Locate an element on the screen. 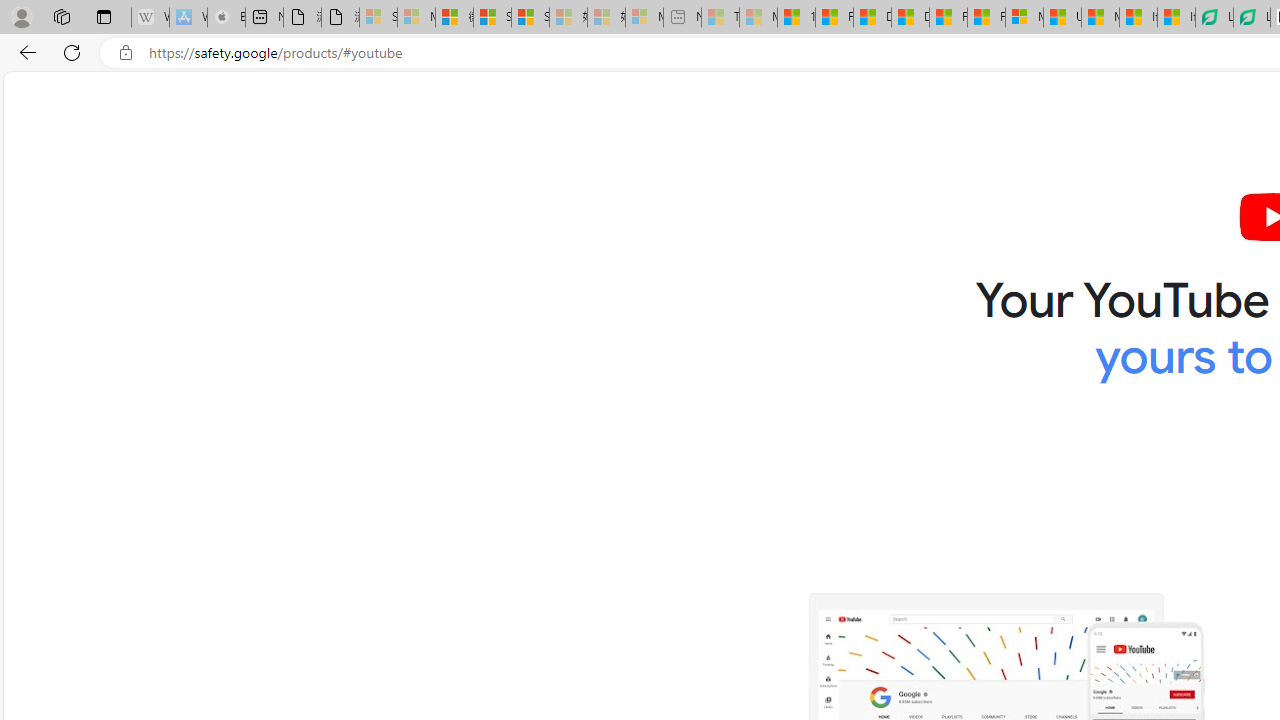 Image resolution: width=1280 pixels, height=720 pixels. 'Food and Drink - MSN' is located at coordinates (833, 17).